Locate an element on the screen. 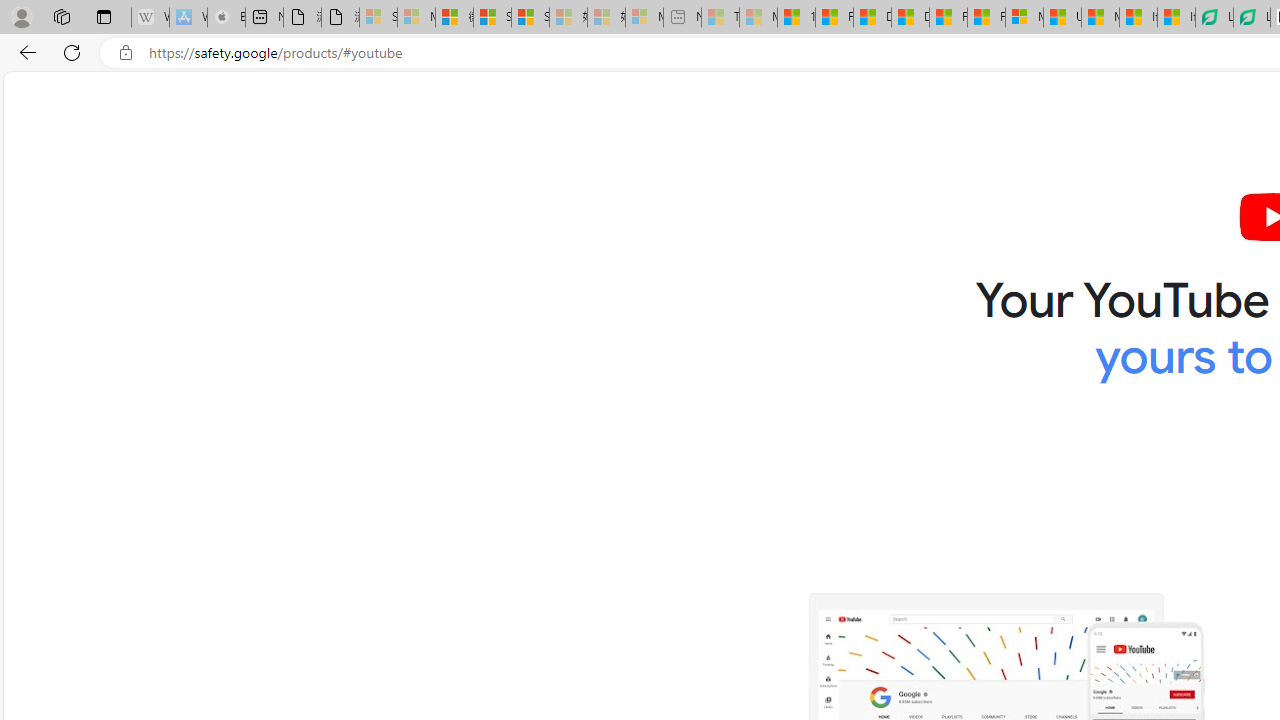 Image resolution: width=1280 pixels, height=720 pixels. 'Food and Drink - MSN' is located at coordinates (833, 17).